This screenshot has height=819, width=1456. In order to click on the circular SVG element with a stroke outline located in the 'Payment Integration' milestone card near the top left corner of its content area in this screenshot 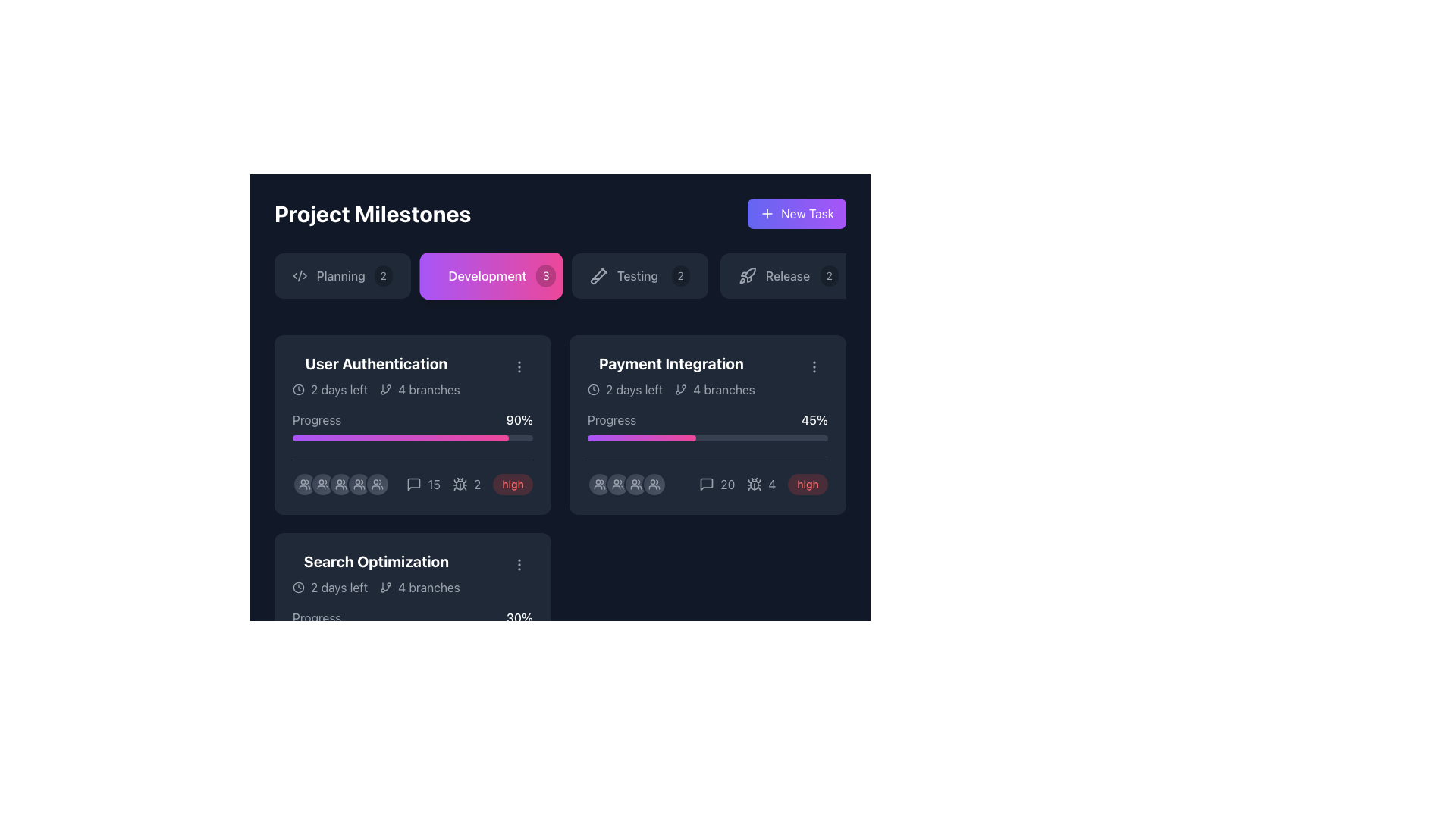, I will do `click(592, 388)`.